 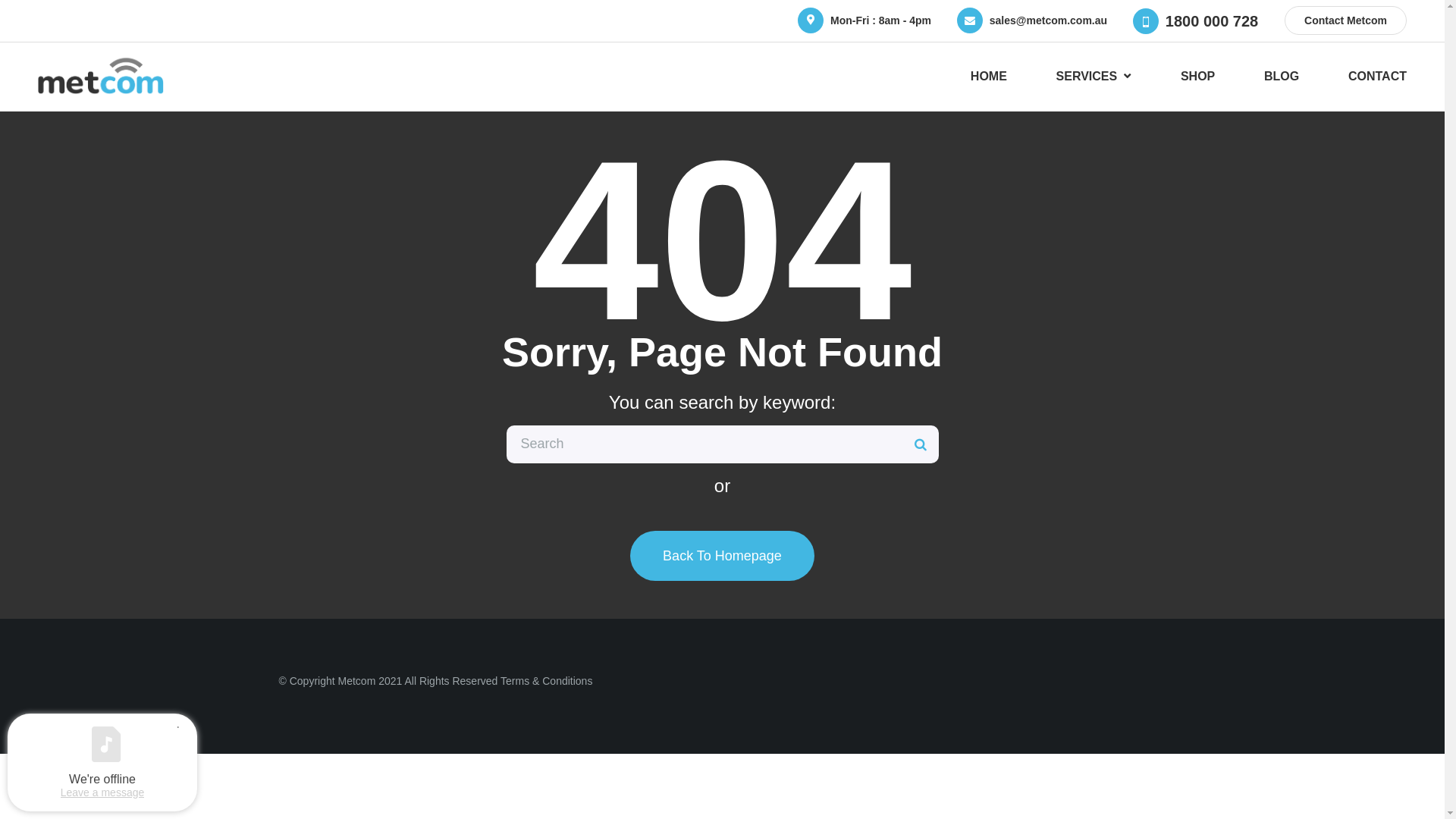 I want to click on 'Terms & Conditions', so click(x=500, y=680).